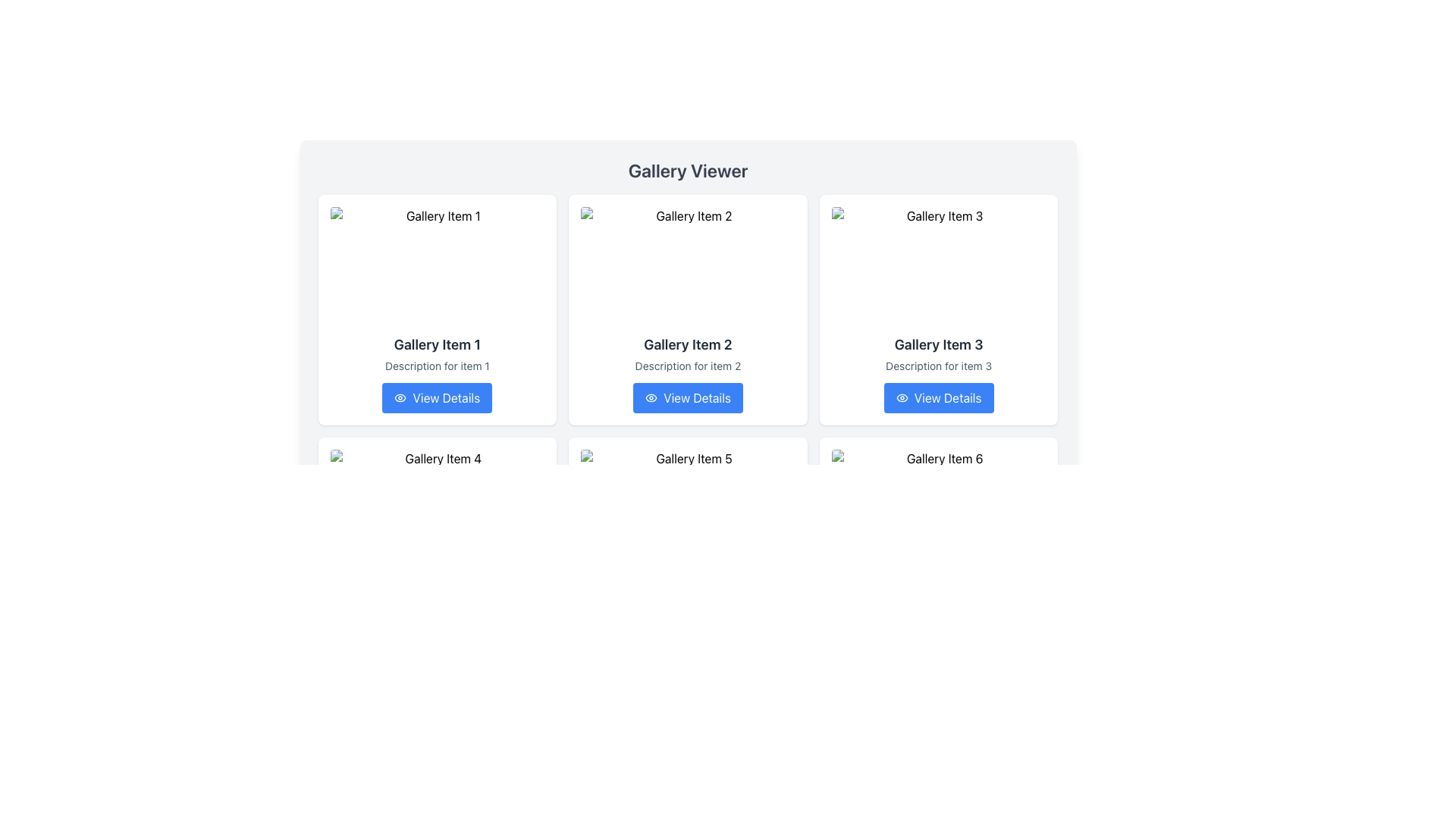 This screenshot has height=819, width=1456. What do you see at coordinates (938, 397) in the screenshot?
I see `the interactive button located at the bottom of the third gallery item card in the third column` at bounding box center [938, 397].